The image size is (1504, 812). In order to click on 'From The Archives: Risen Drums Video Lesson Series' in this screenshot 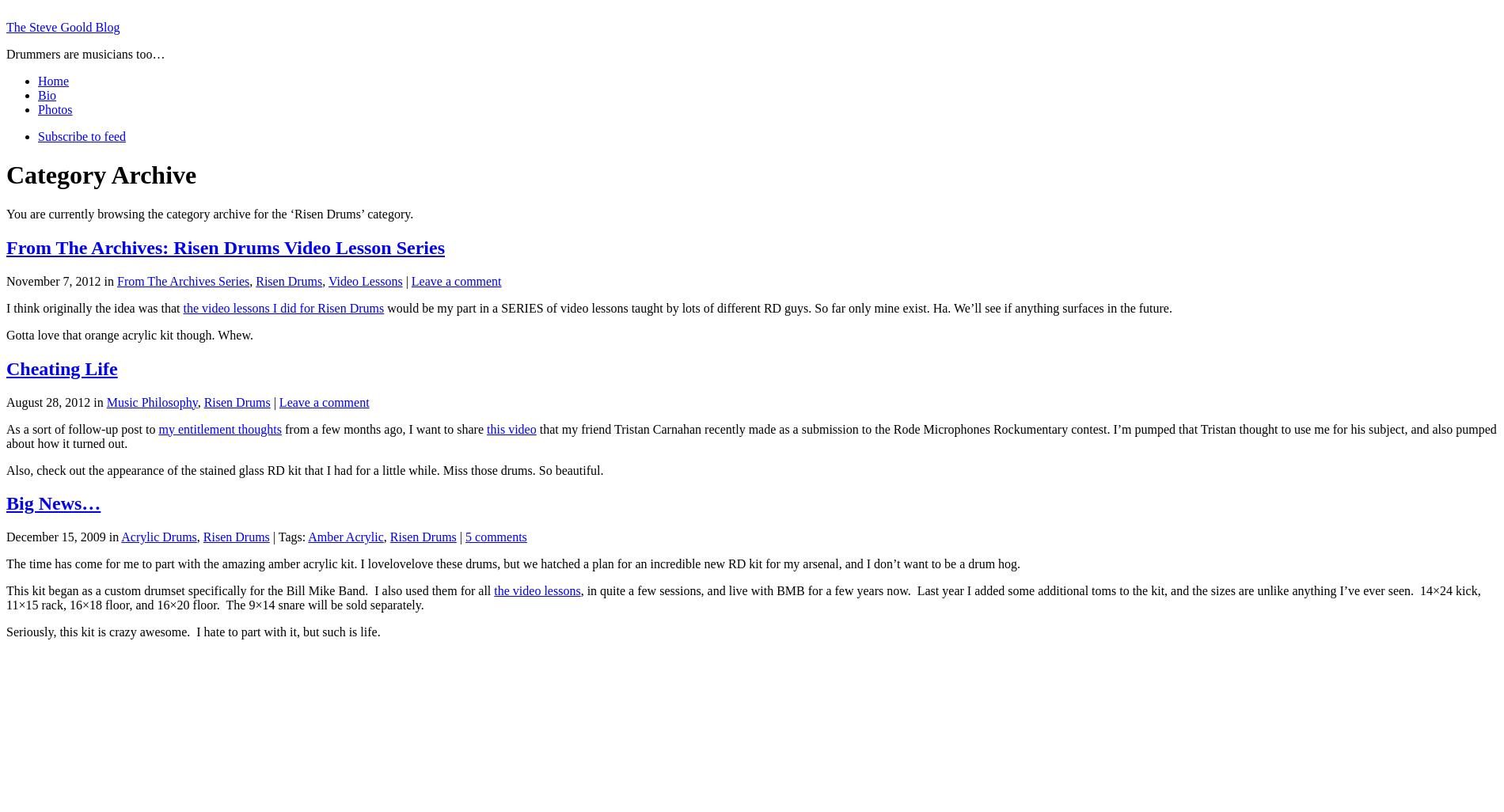, I will do `click(225, 247)`.